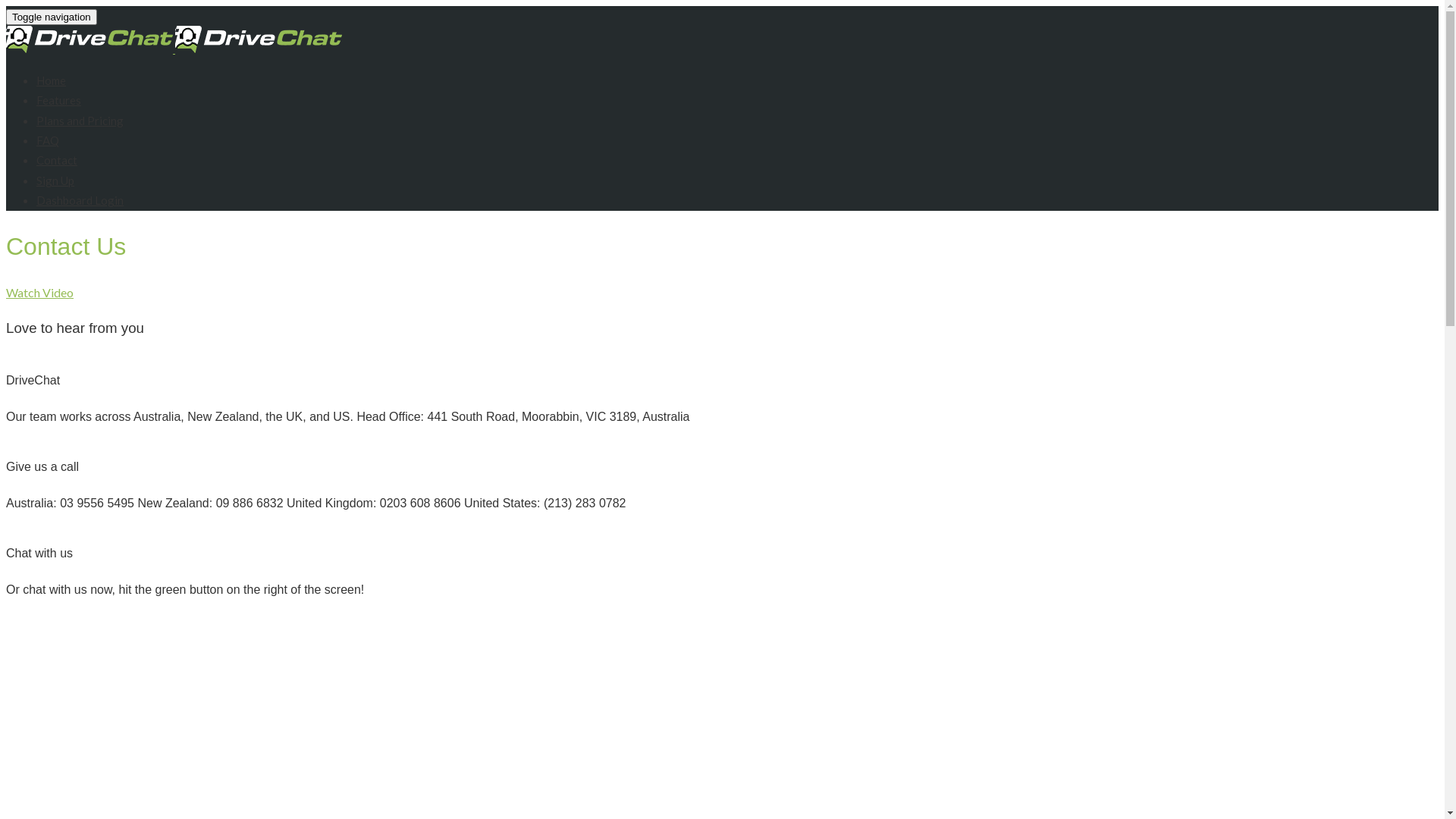  I want to click on 'Features', so click(58, 99).